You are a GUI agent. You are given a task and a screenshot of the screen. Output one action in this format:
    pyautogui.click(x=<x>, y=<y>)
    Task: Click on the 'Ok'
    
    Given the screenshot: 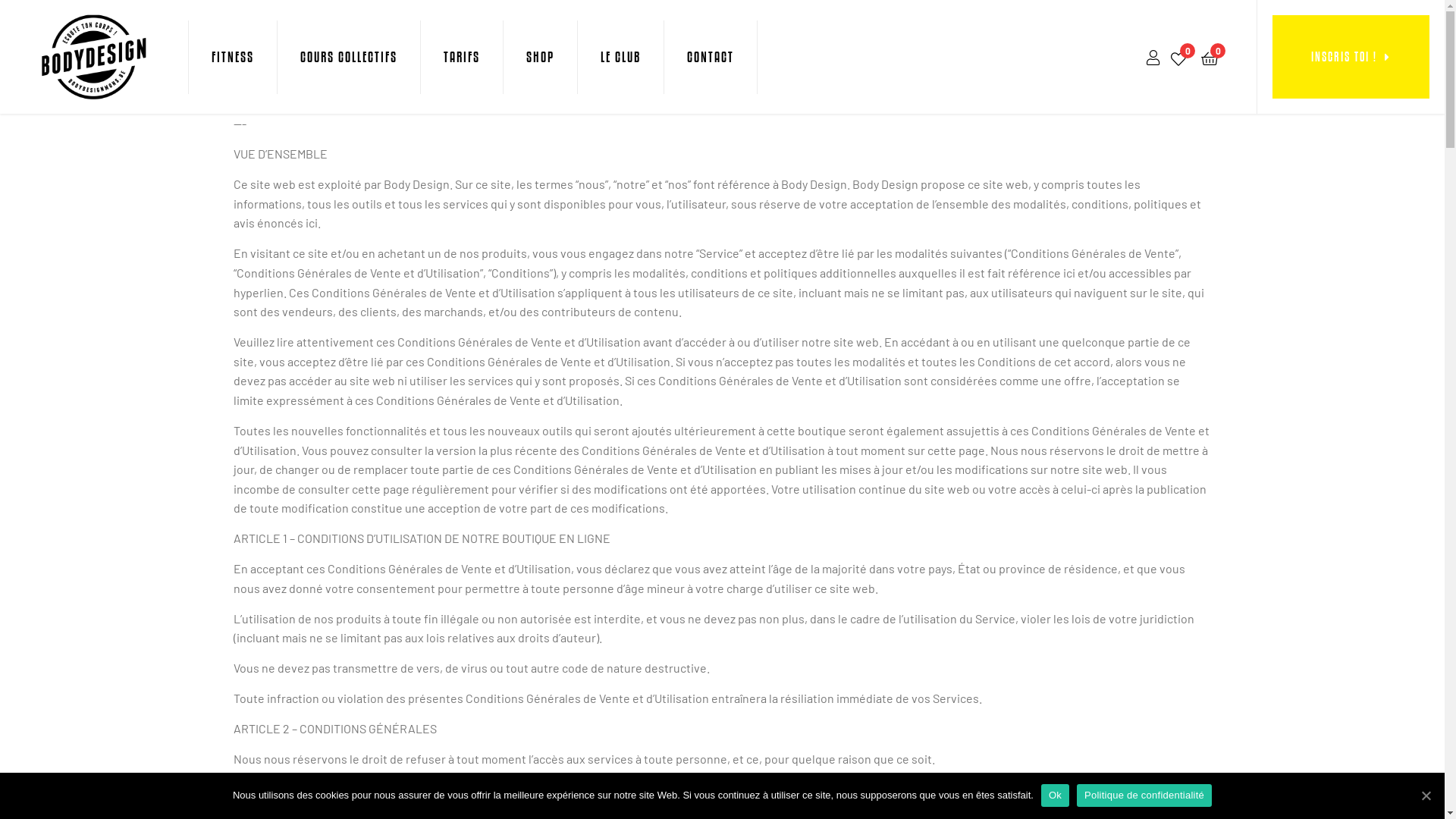 What is the action you would take?
    pyautogui.click(x=1040, y=795)
    